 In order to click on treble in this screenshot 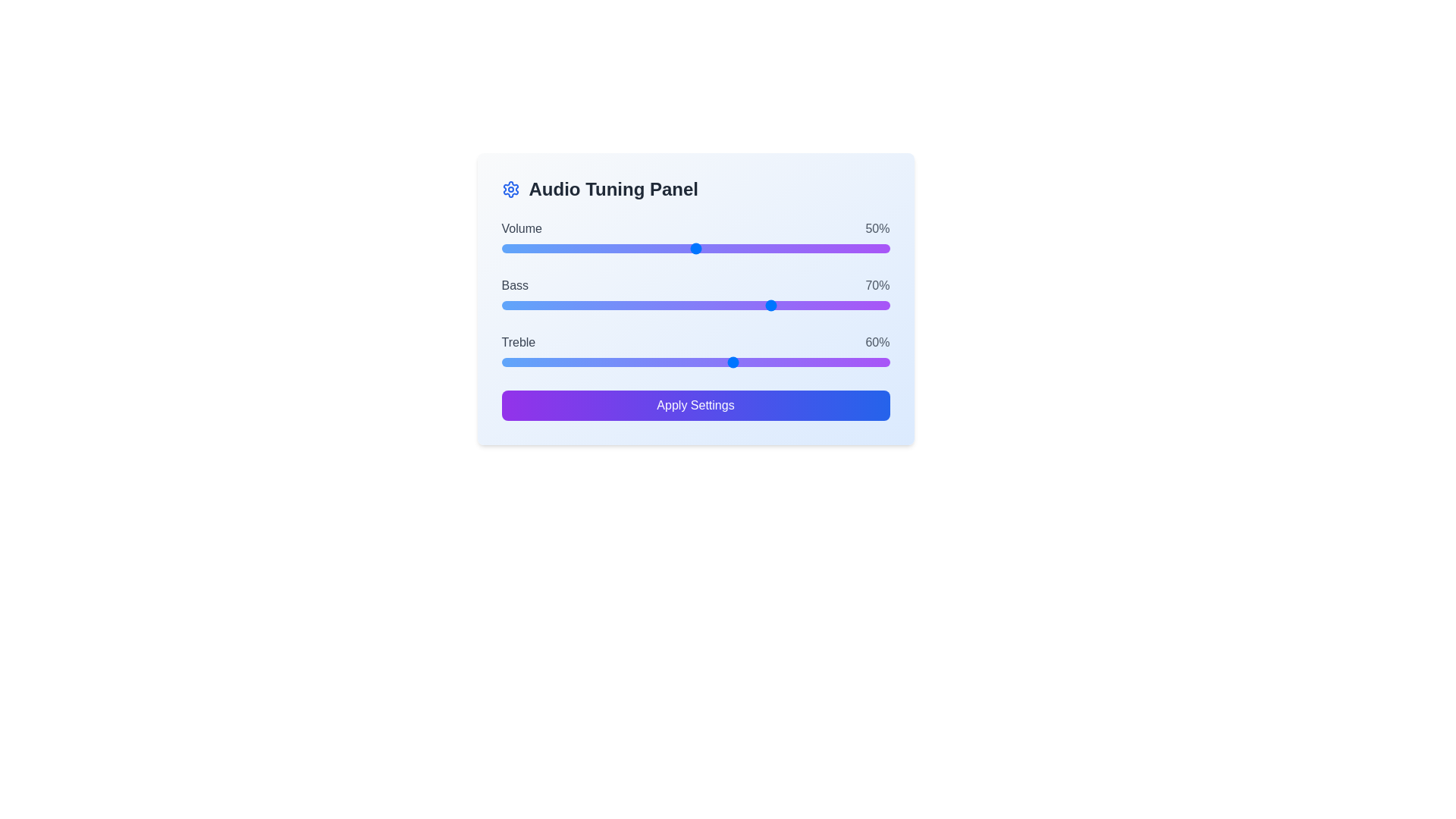, I will do `click(866, 362)`.